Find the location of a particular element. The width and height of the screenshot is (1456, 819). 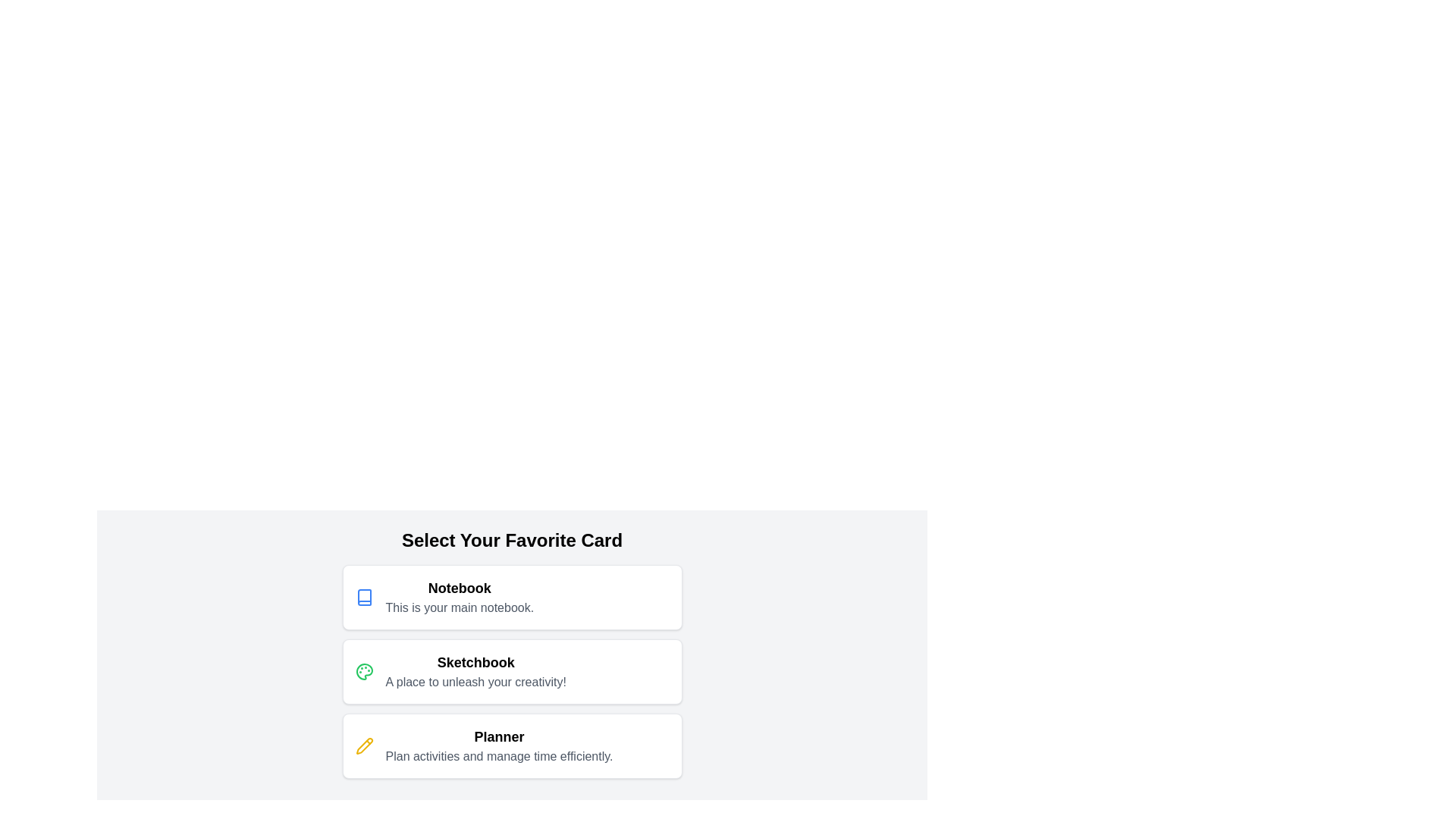

the Informational Card titled 'Sketchbook' that has a green palette icon and a white background, which is located in the middle of a vertical stack of cards under 'Select Your Favorite Card' is located at coordinates (512, 671).